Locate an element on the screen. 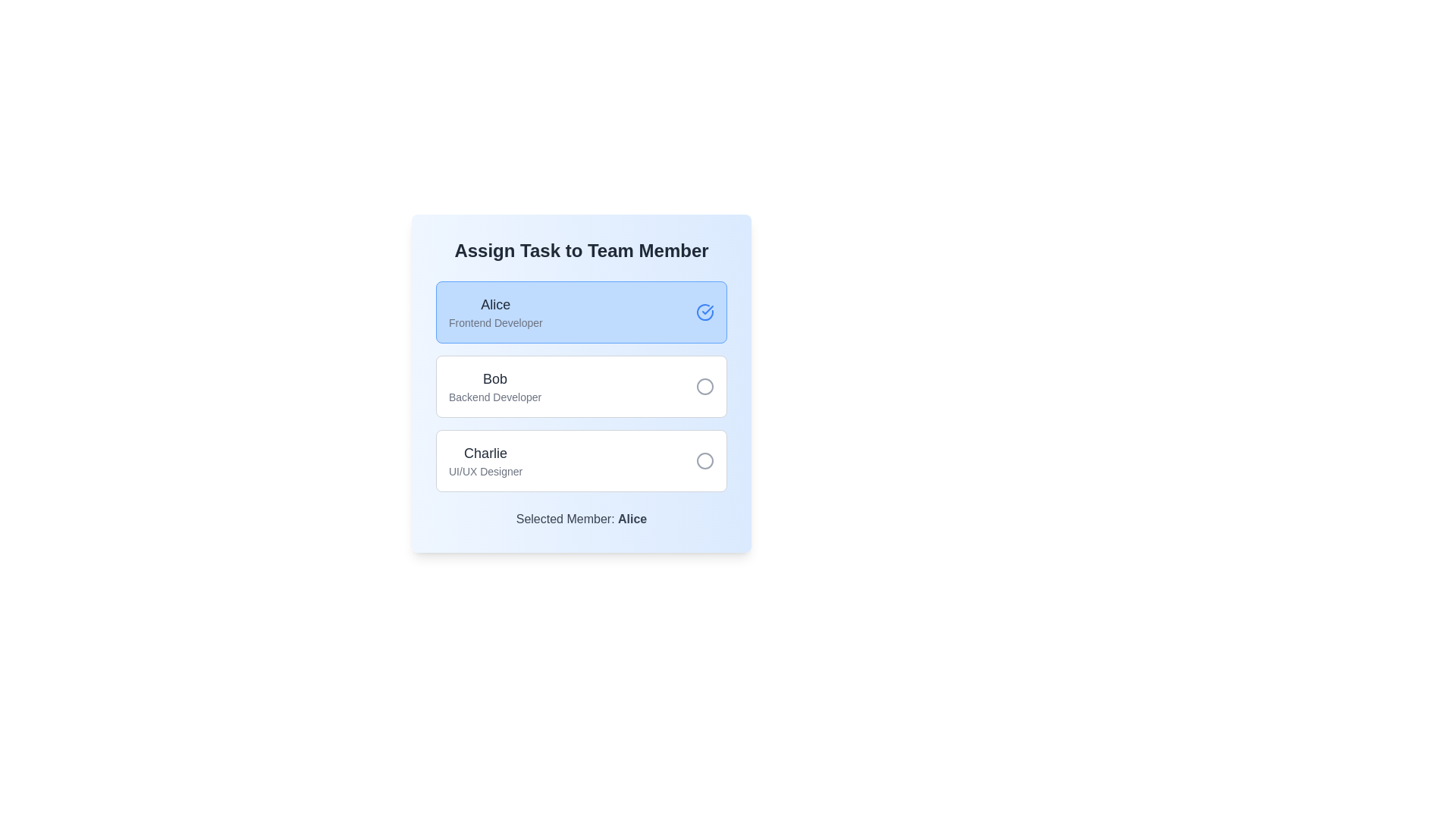 The image size is (1456, 819). the team member labeled 'Charlie' is located at coordinates (485, 452).